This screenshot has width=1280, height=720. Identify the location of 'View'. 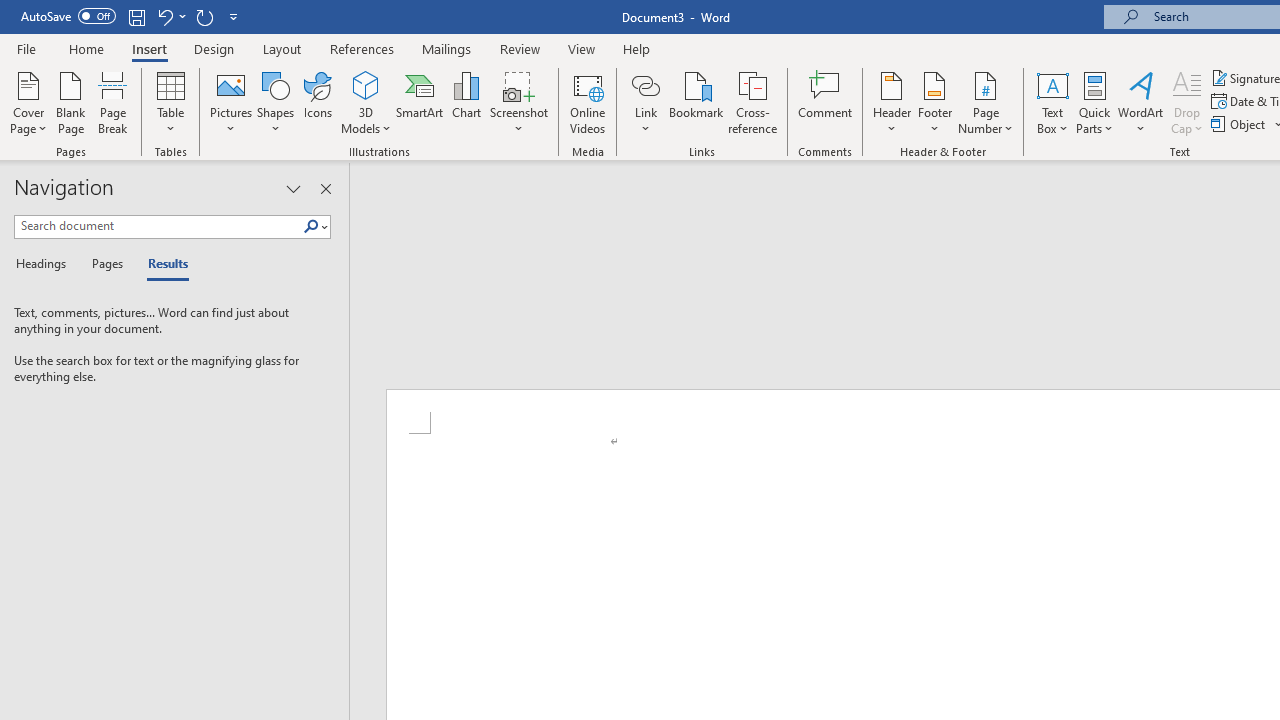
(581, 48).